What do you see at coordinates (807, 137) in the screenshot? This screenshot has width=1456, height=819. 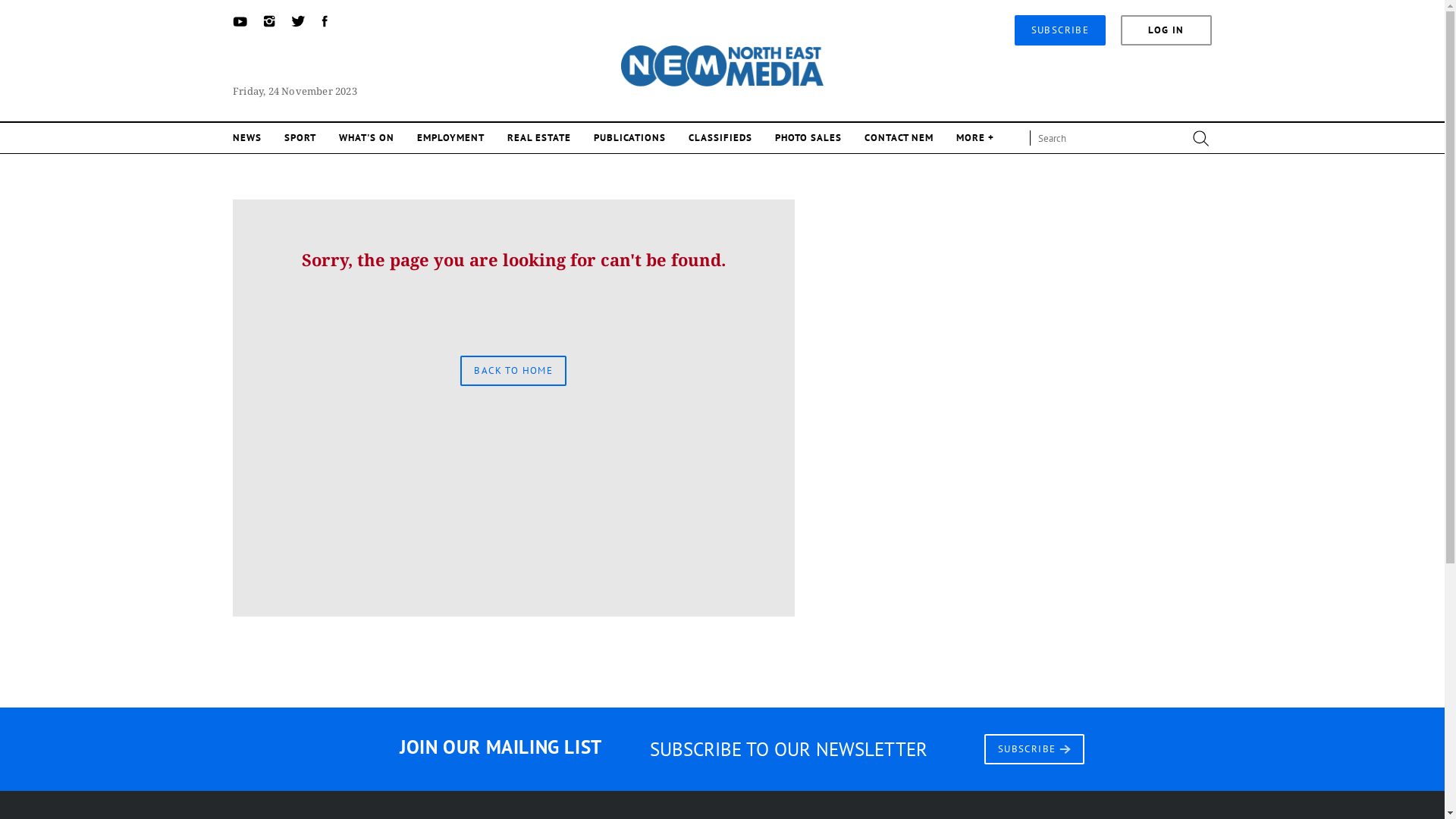 I see `'PHOTO SALES'` at bounding box center [807, 137].